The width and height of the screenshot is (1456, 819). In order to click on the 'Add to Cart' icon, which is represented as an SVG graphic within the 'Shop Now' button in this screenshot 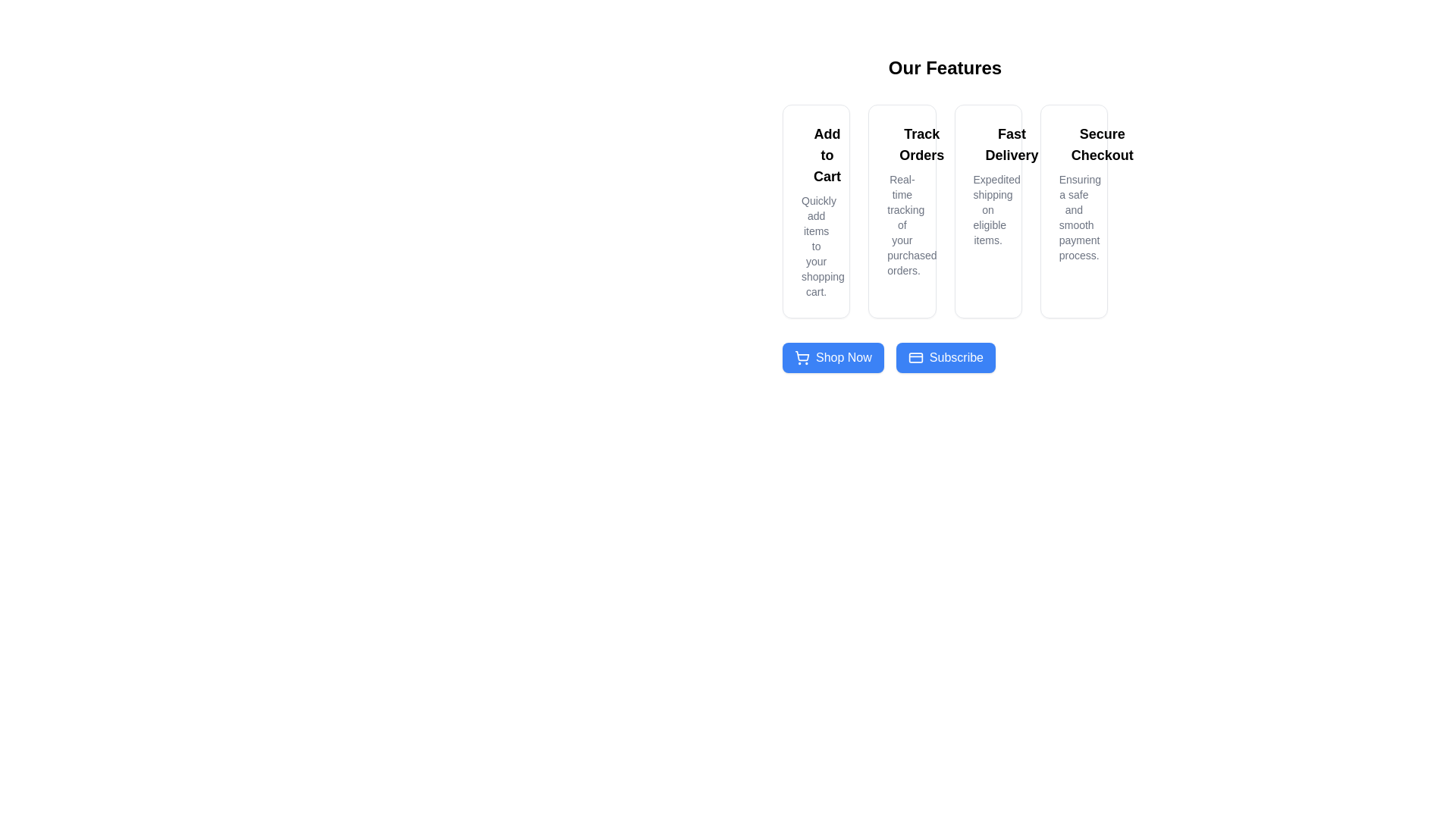, I will do `click(802, 356)`.